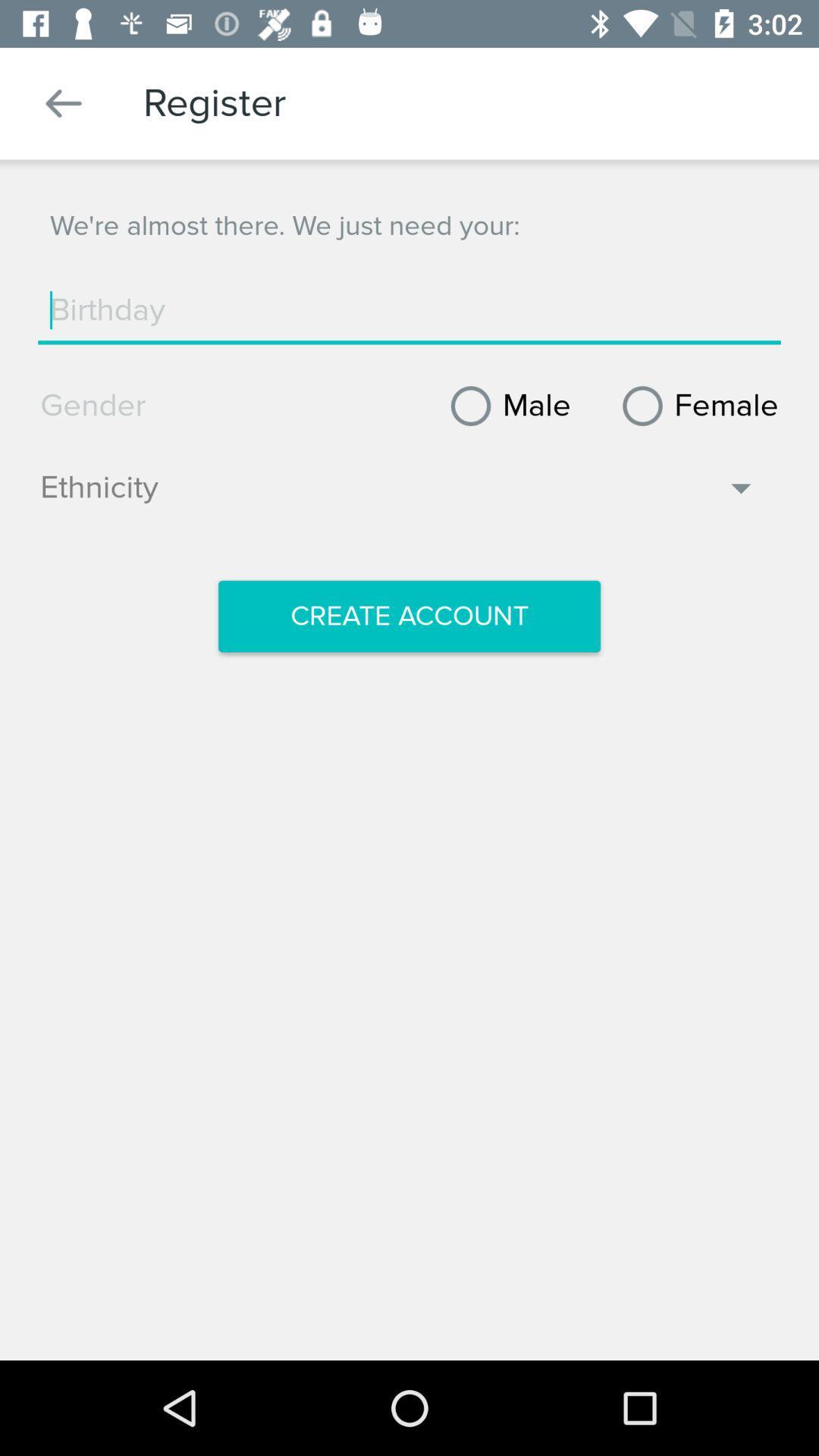  I want to click on open ethnicity menu, so click(398, 495).